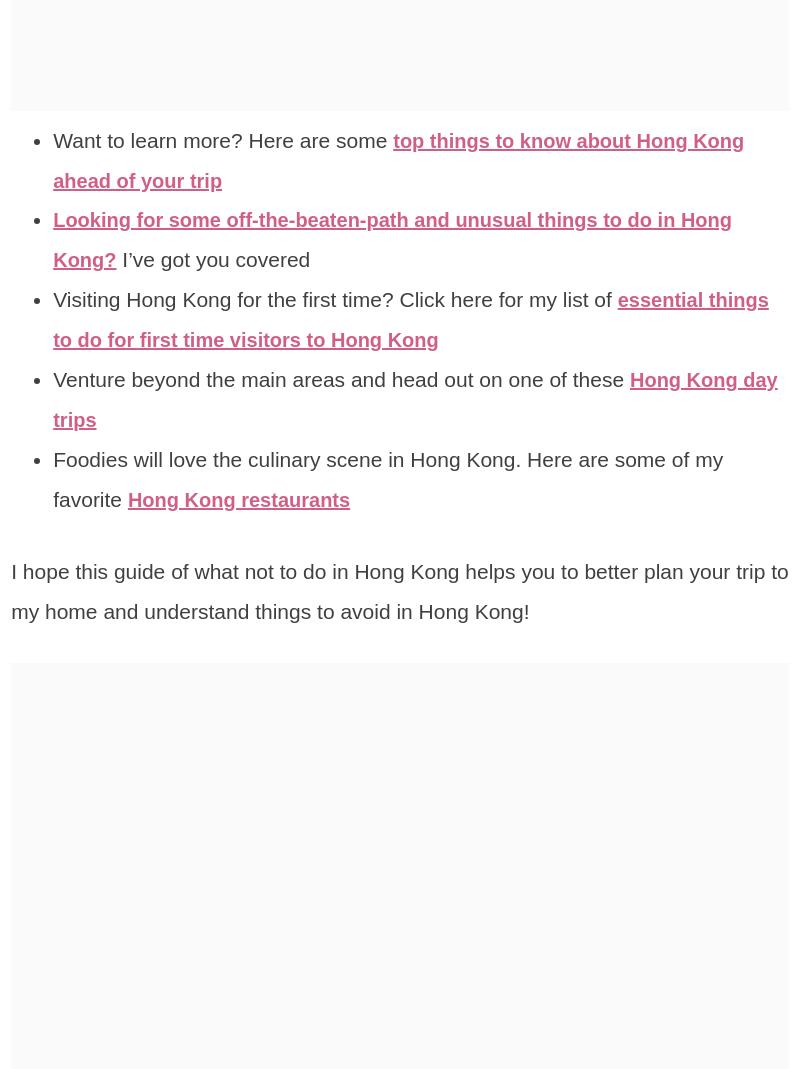 This screenshot has height=1069, width=800. What do you see at coordinates (387, 477) in the screenshot?
I see `'Foodies will love the culinary scene in Hong Kong. Here are some of my favorite'` at bounding box center [387, 477].